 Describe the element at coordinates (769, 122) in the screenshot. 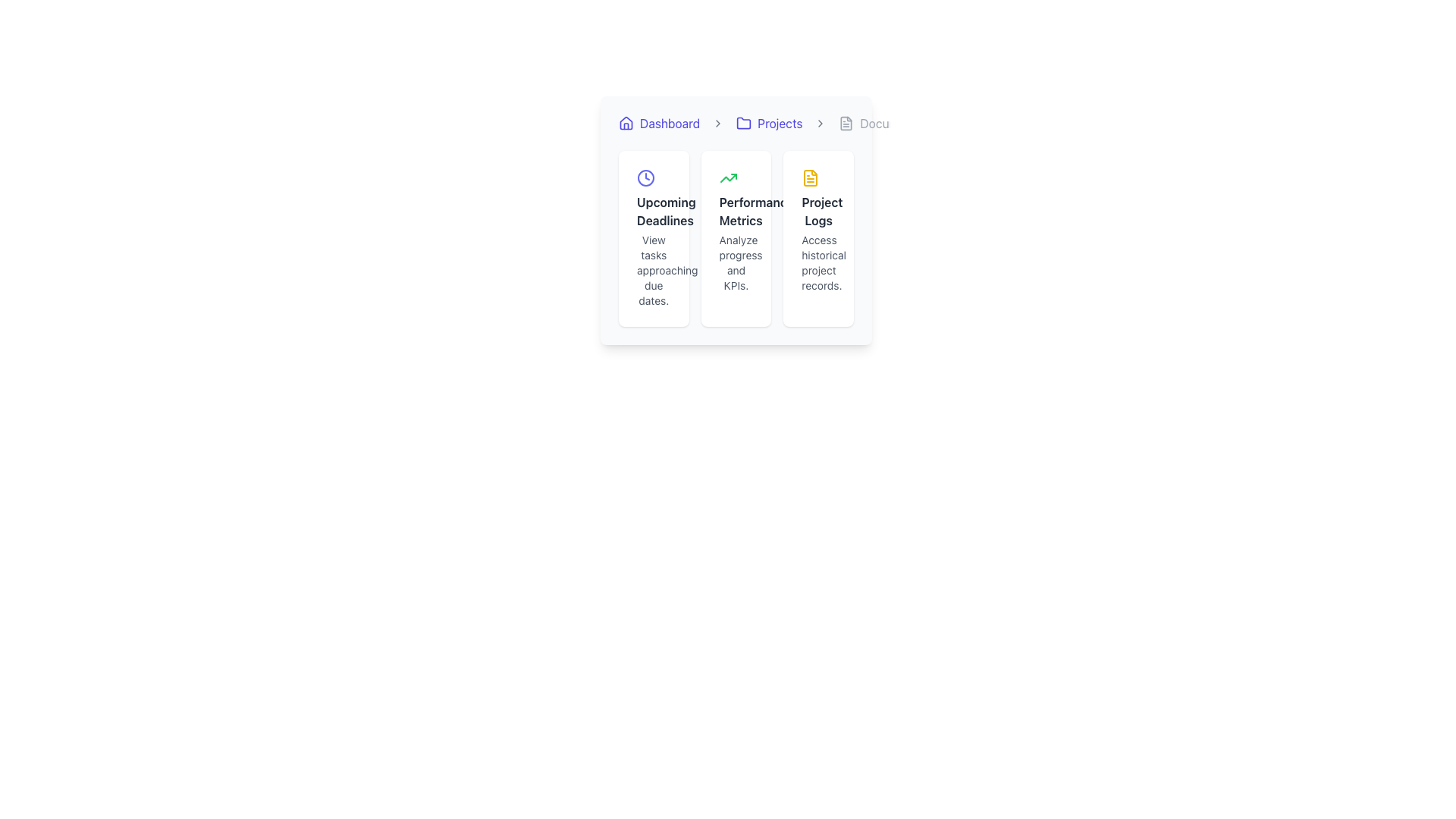

I see `the second item in the breadcrumb navigation bar` at that location.